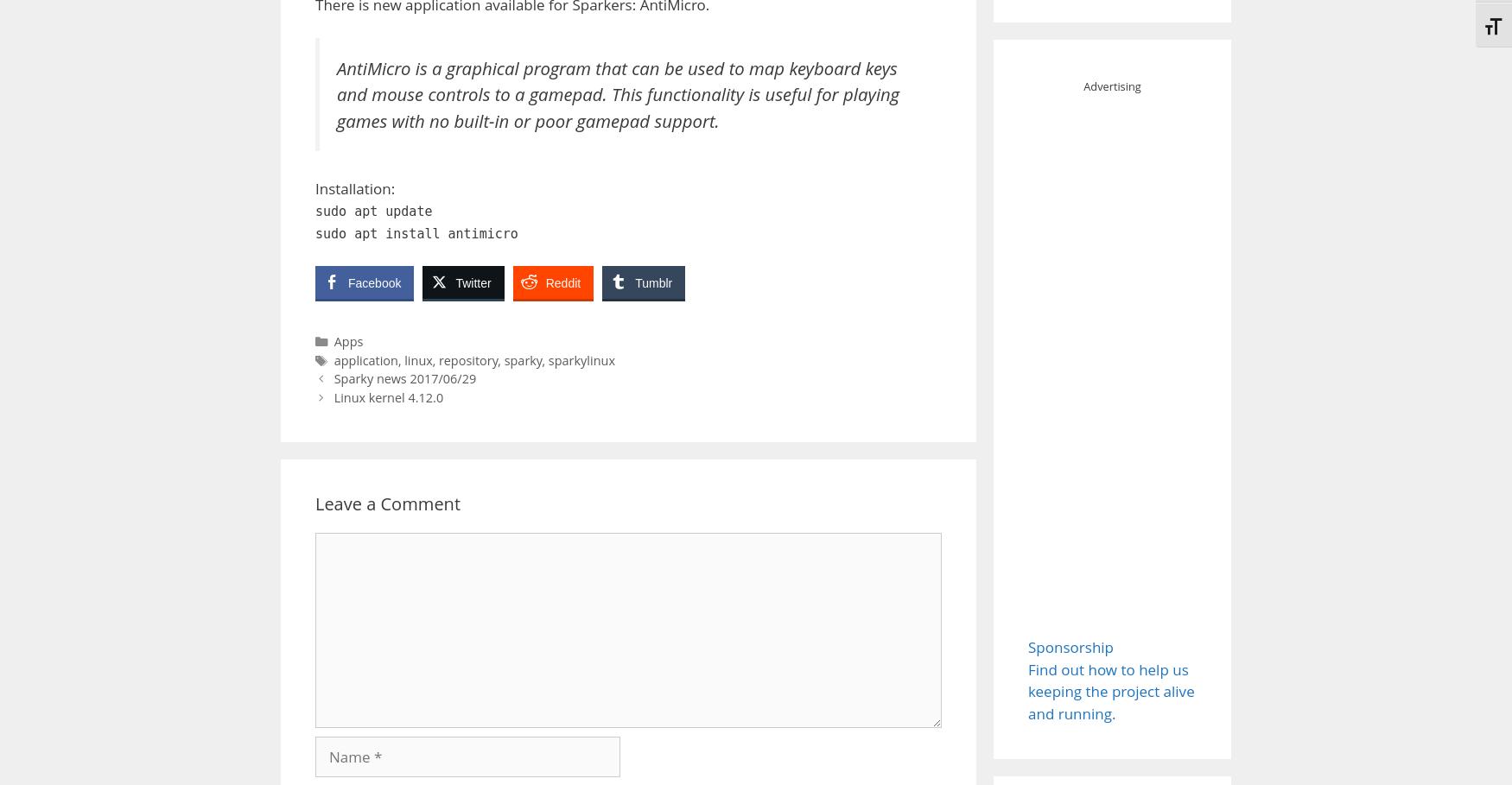 Image resolution: width=1512 pixels, height=785 pixels. Describe the element at coordinates (387, 502) in the screenshot. I see `'Leave a Comment'` at that location.